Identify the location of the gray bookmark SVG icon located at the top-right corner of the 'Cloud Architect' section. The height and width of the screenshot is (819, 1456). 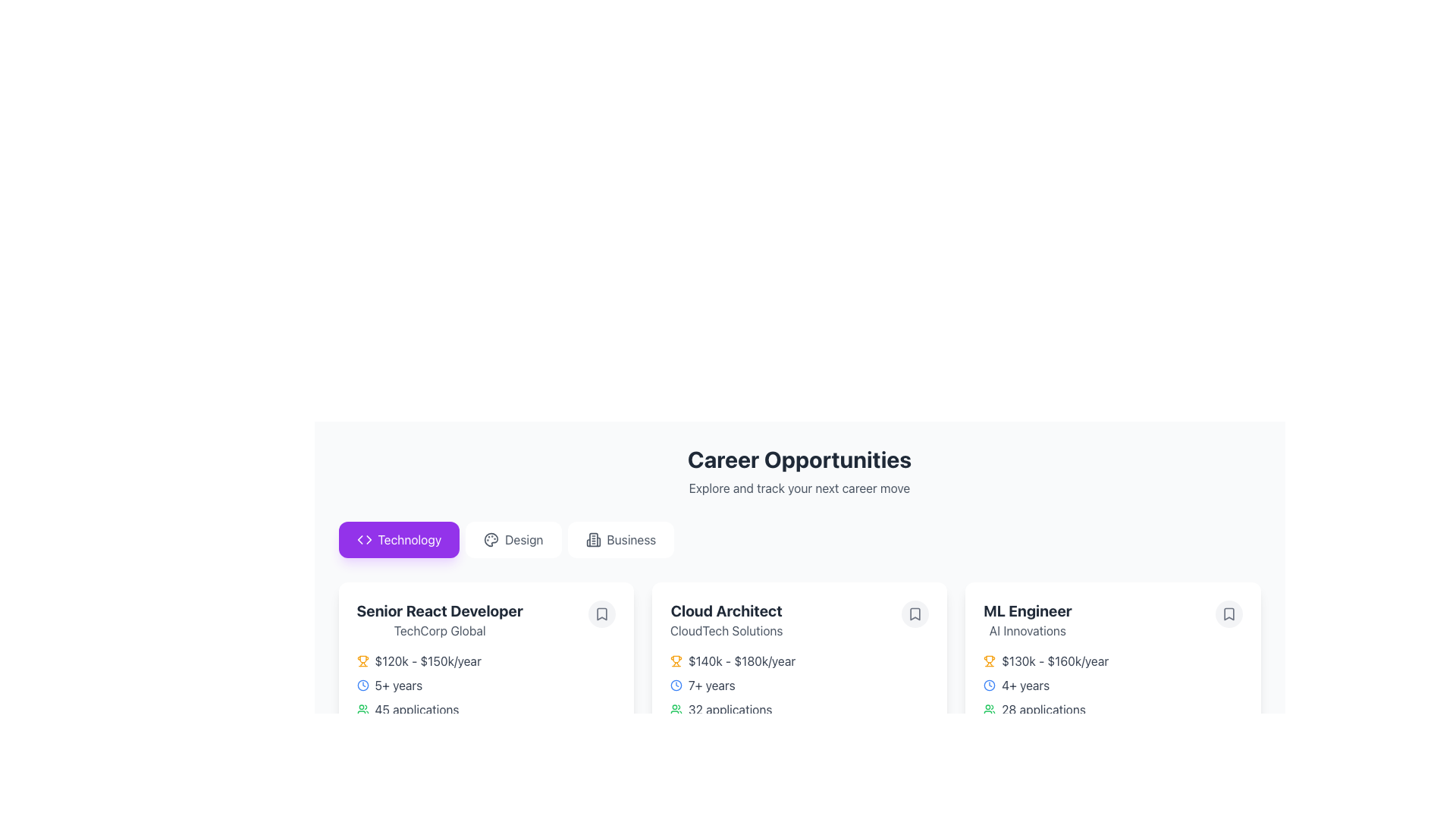
(915, 614).